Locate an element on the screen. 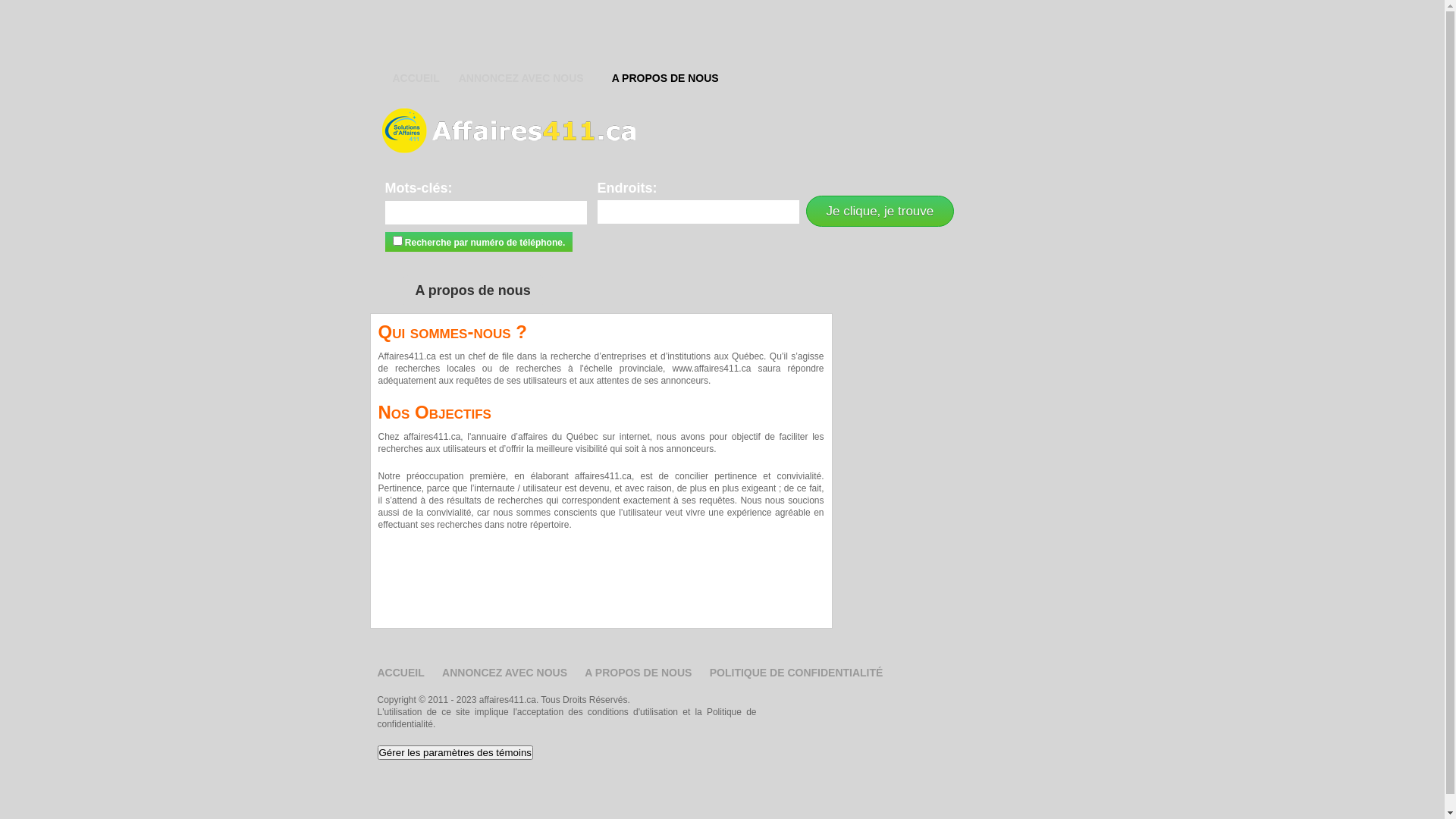 The width and height of the screenshot is (1456, 819). 'ANNONCEZ AVEC NOUS' is located at coordinates (504, 672).